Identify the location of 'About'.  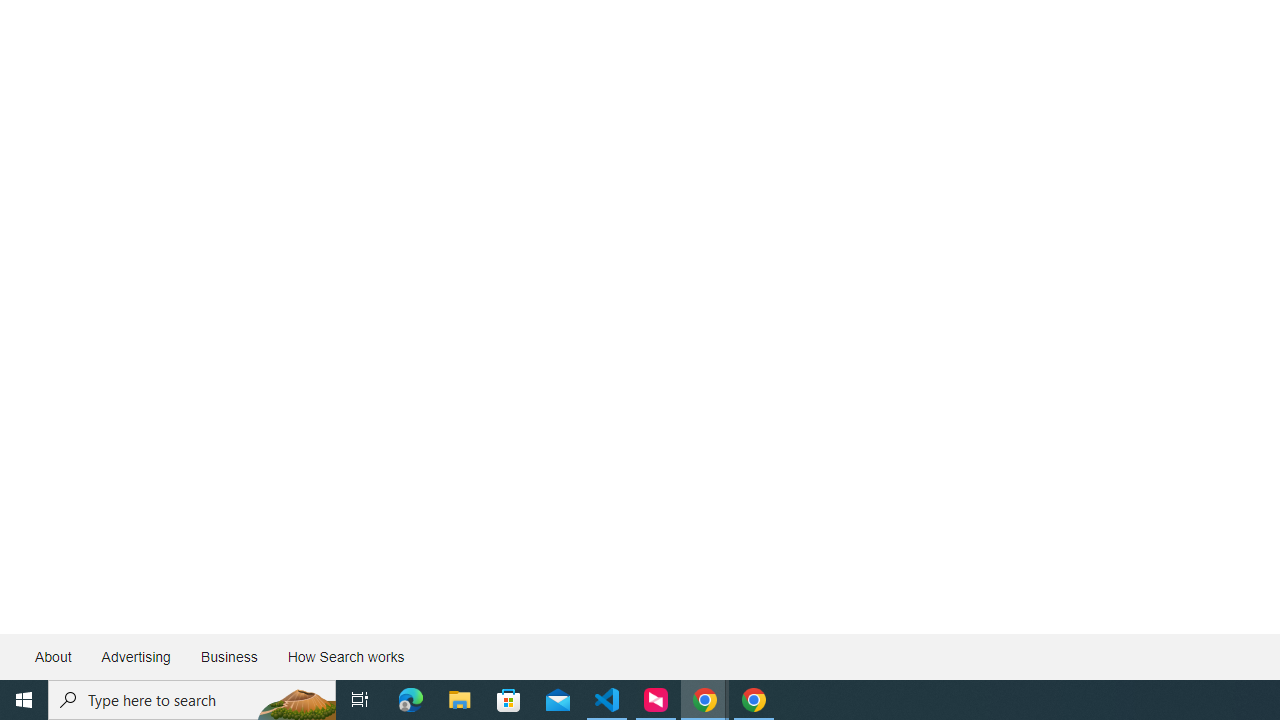
(53, 657).